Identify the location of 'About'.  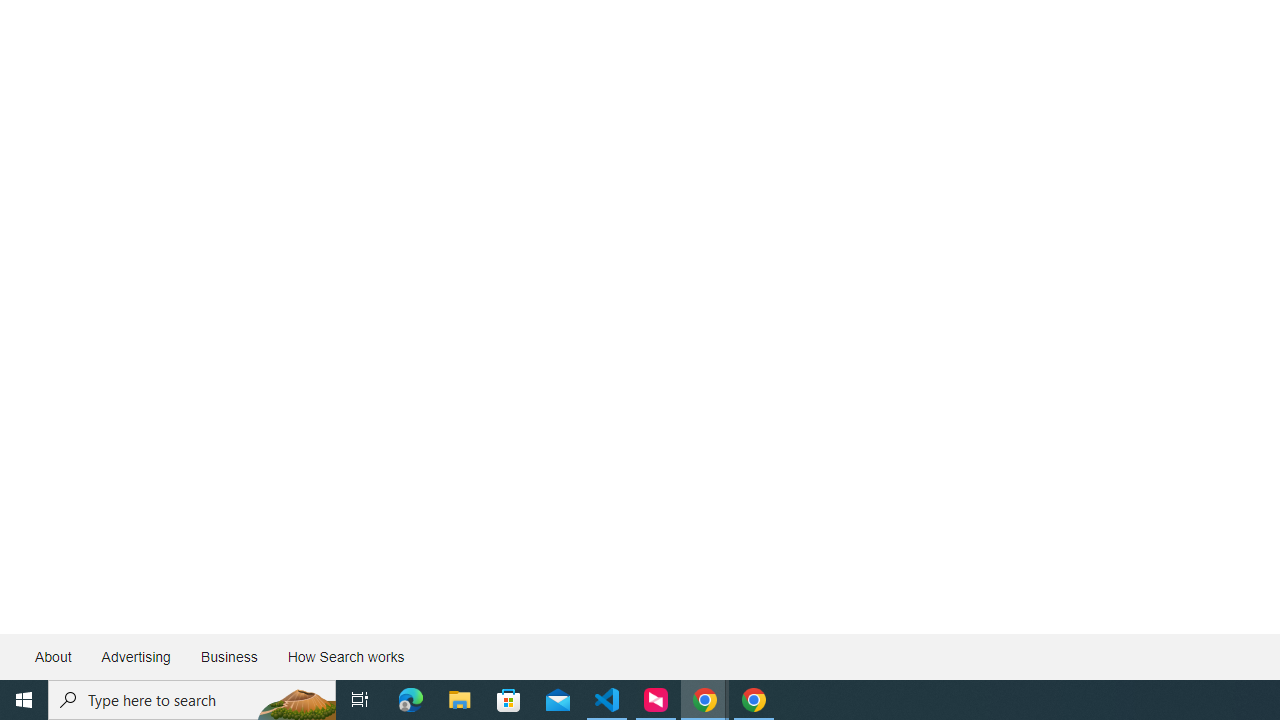
(53, 657).